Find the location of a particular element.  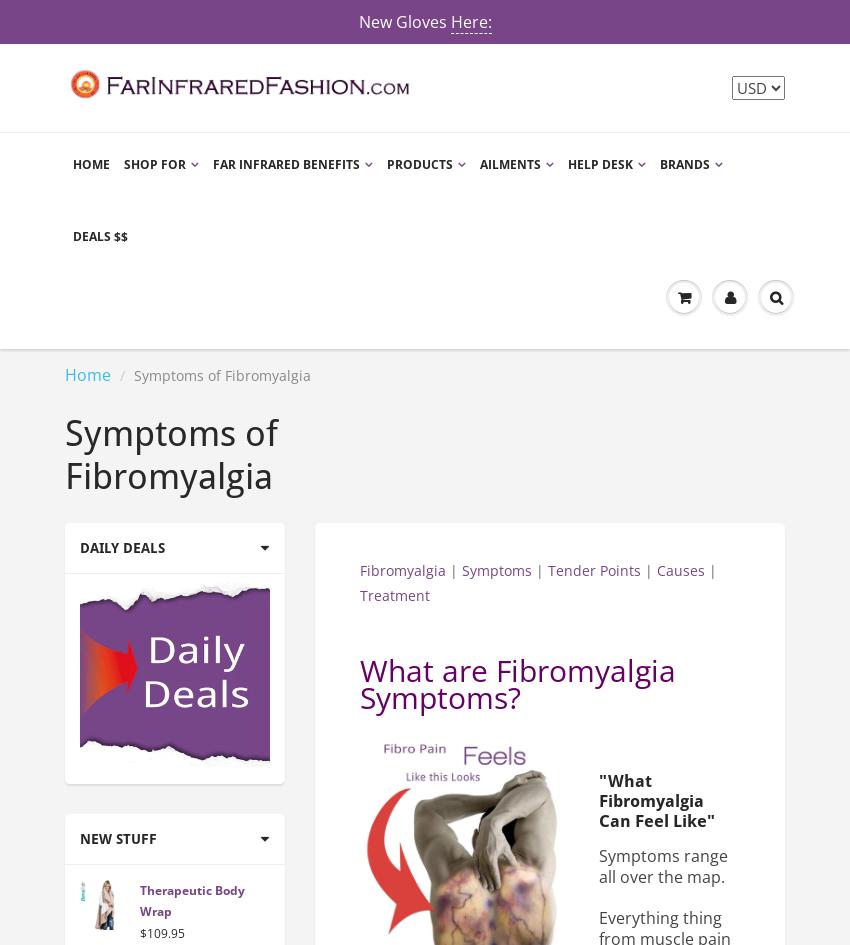

'Daily Deals' is located at coordinates (121, 546).